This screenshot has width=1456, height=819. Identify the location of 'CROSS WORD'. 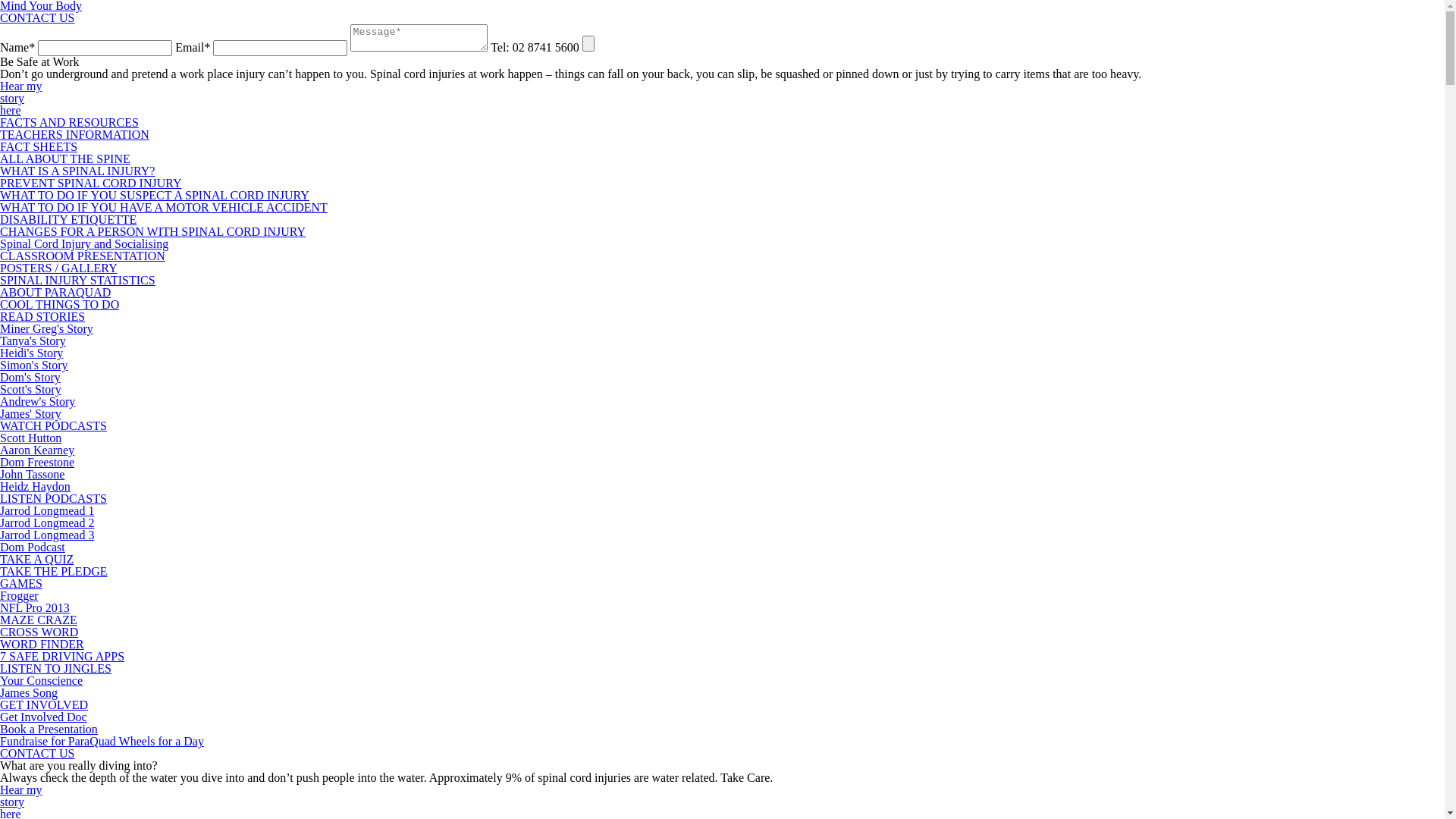
(0, 632).